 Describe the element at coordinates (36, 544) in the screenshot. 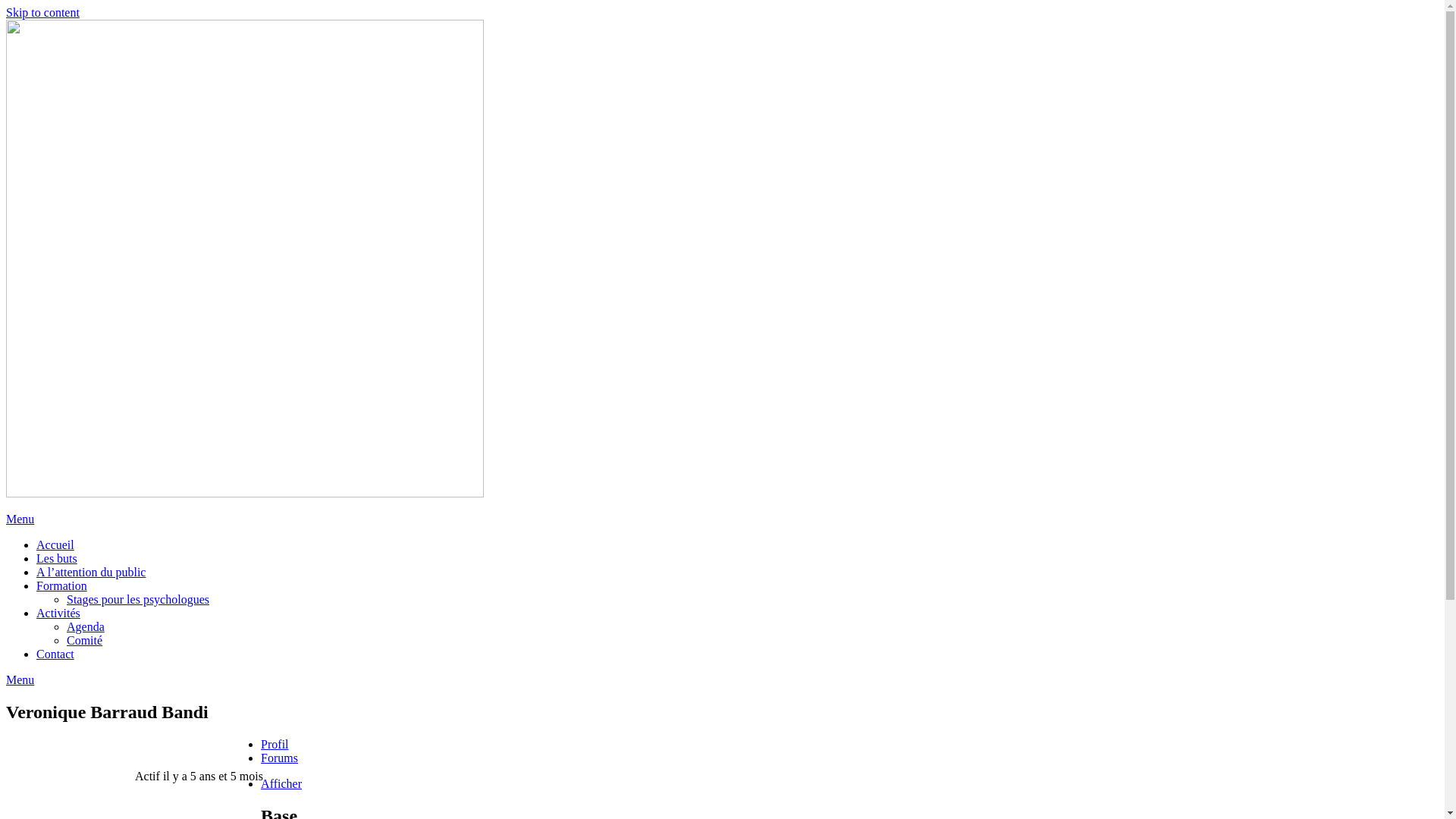

I see `'Accueil'` at that location.